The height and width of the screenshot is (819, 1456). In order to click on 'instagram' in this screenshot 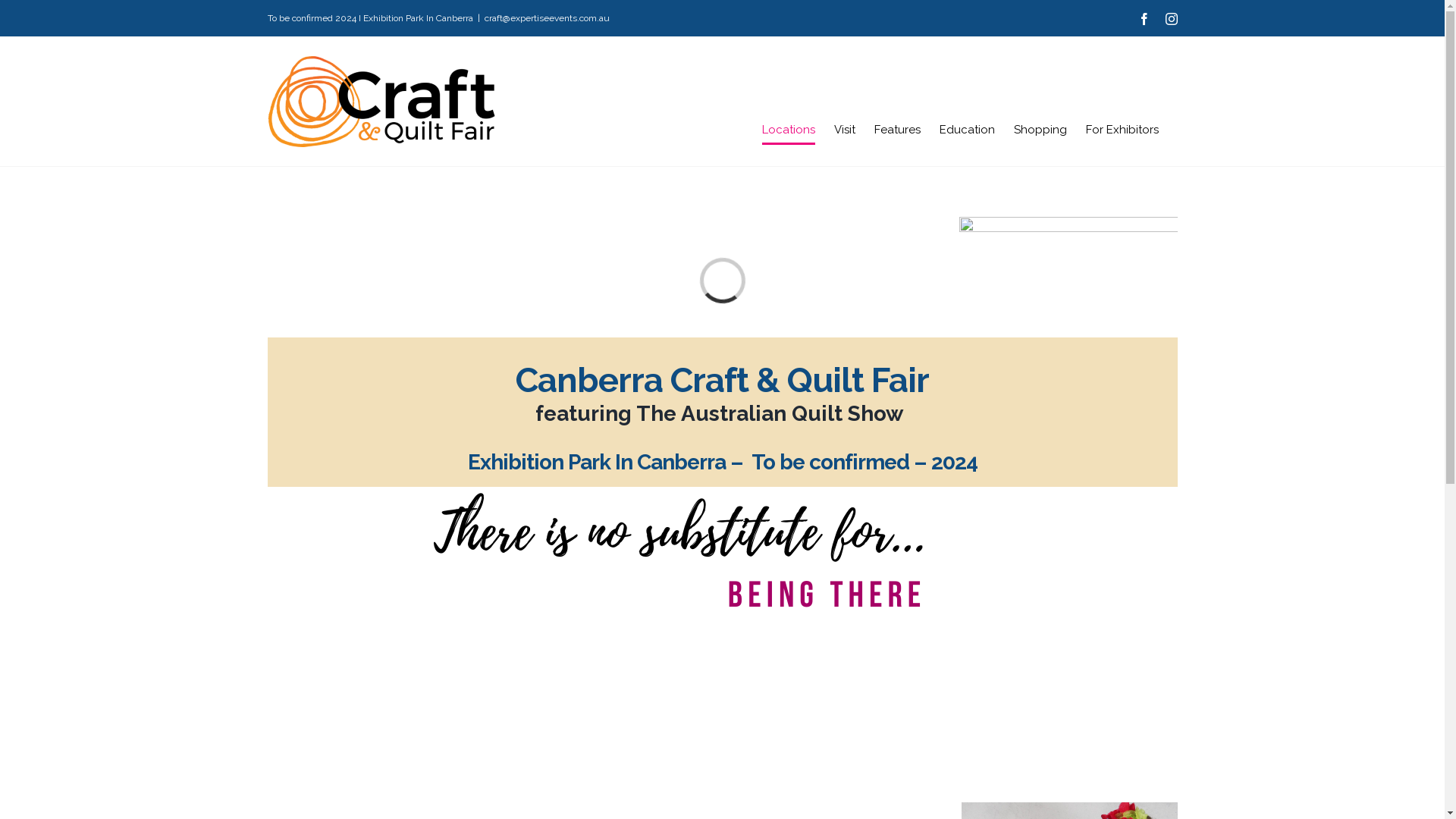, I will do `click(1170, 18)`.